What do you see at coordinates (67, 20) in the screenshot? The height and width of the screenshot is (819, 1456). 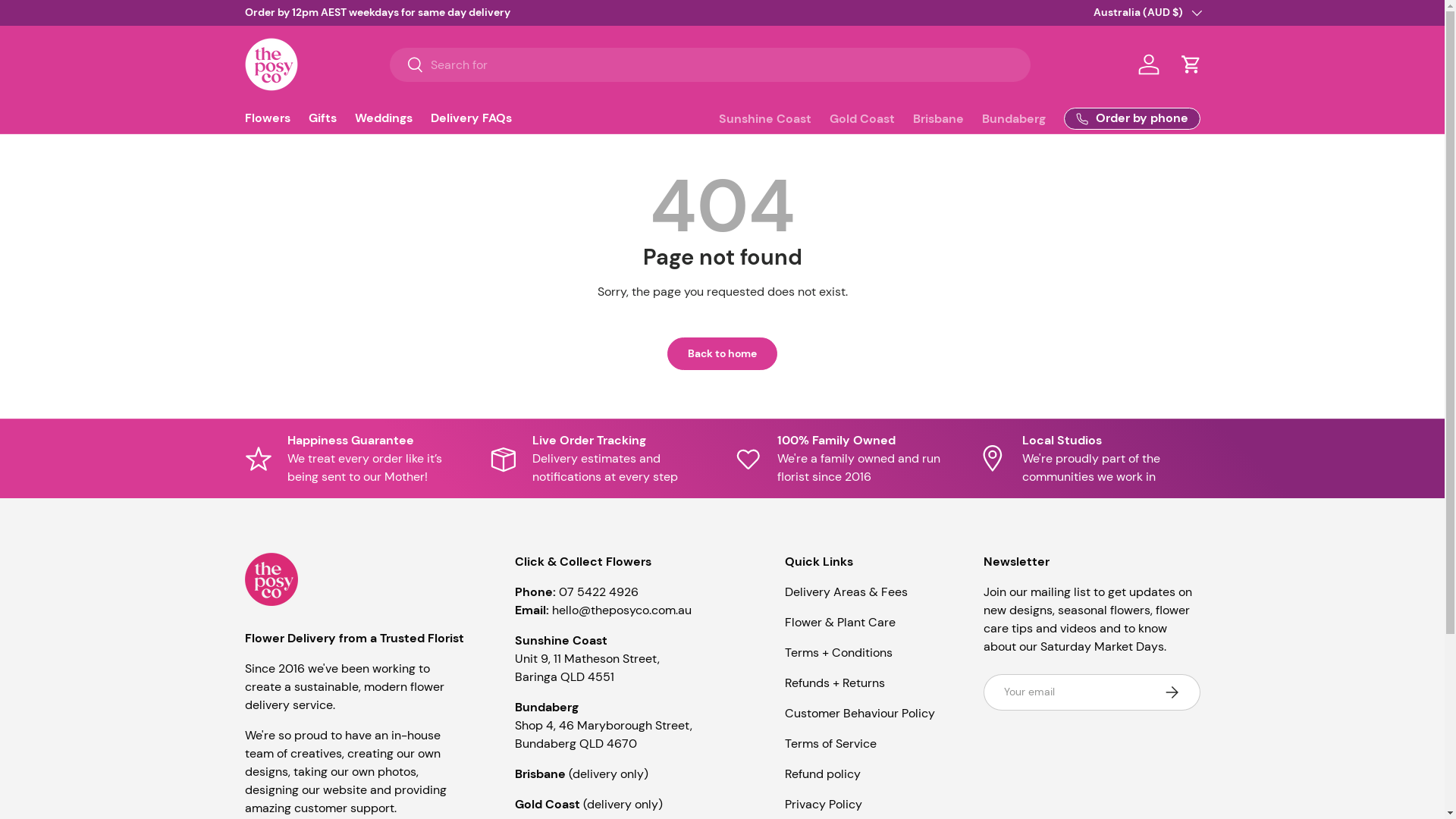 I see `'Skip to content'` at bounding box center [67, 20].